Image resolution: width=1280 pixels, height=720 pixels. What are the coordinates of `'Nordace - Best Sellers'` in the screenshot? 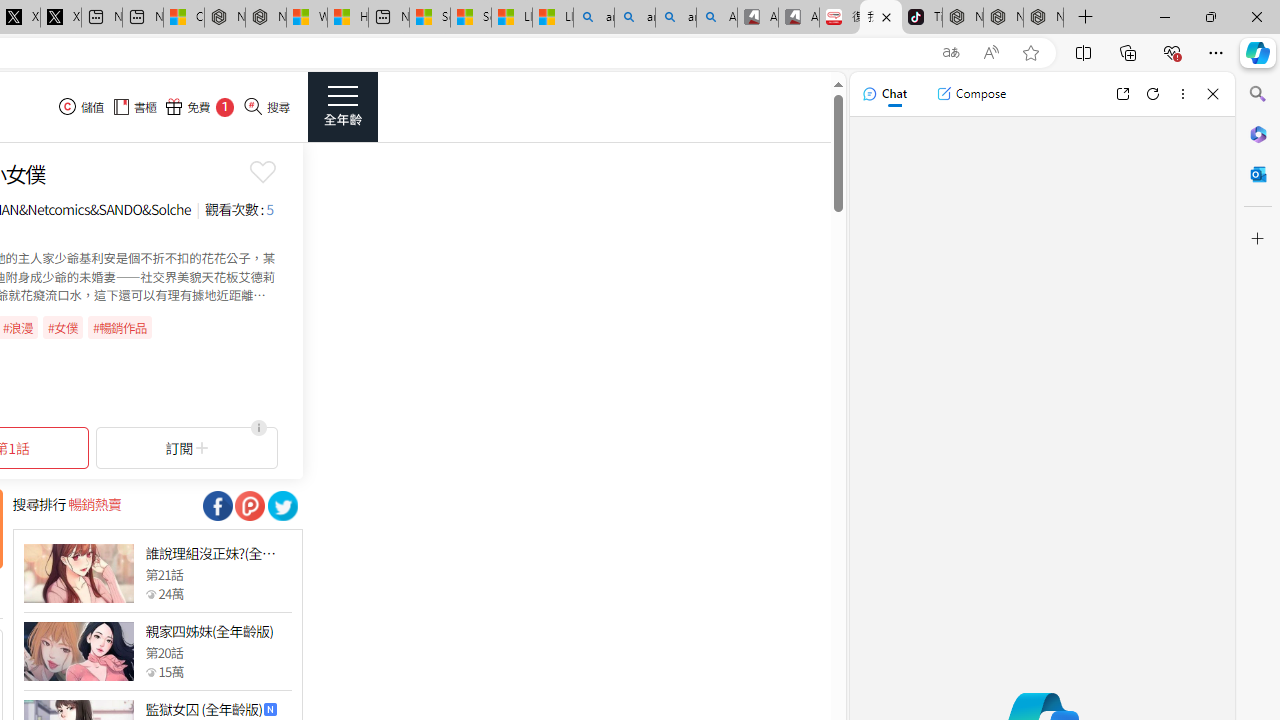 It's located at (963, 17).